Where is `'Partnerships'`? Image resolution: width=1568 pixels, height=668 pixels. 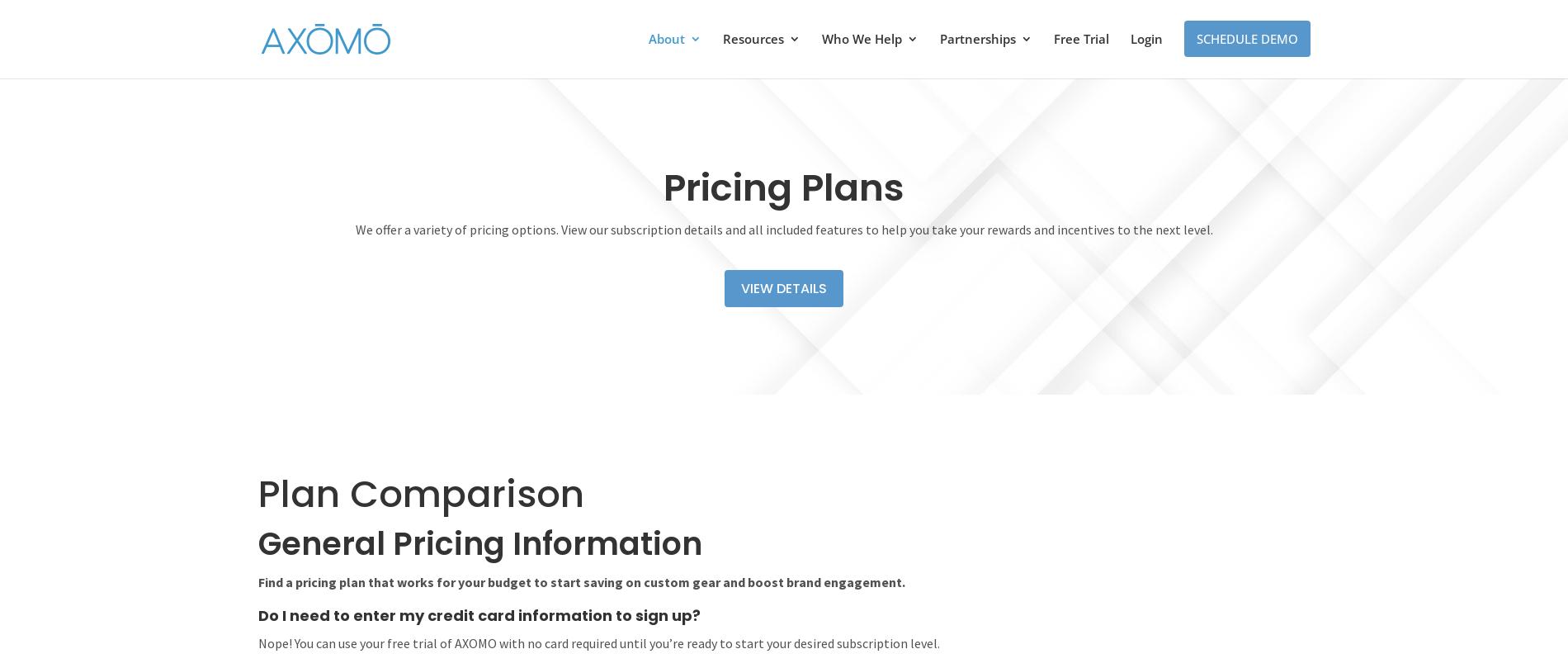
'Partnerships' is located at coordinates (977, 39).